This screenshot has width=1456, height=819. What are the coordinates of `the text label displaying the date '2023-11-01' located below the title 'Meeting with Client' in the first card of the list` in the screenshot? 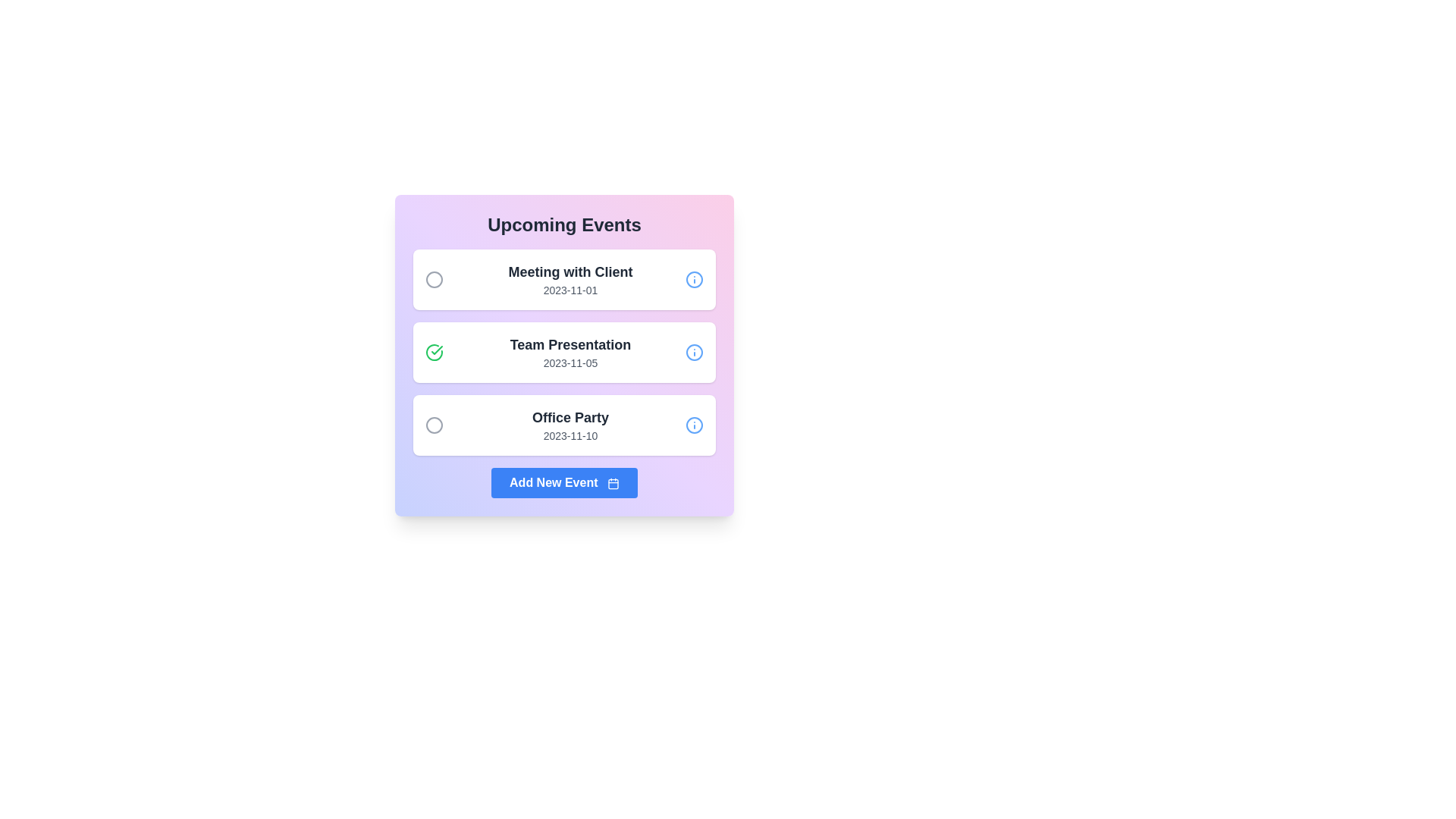 It's located at (570, 290).